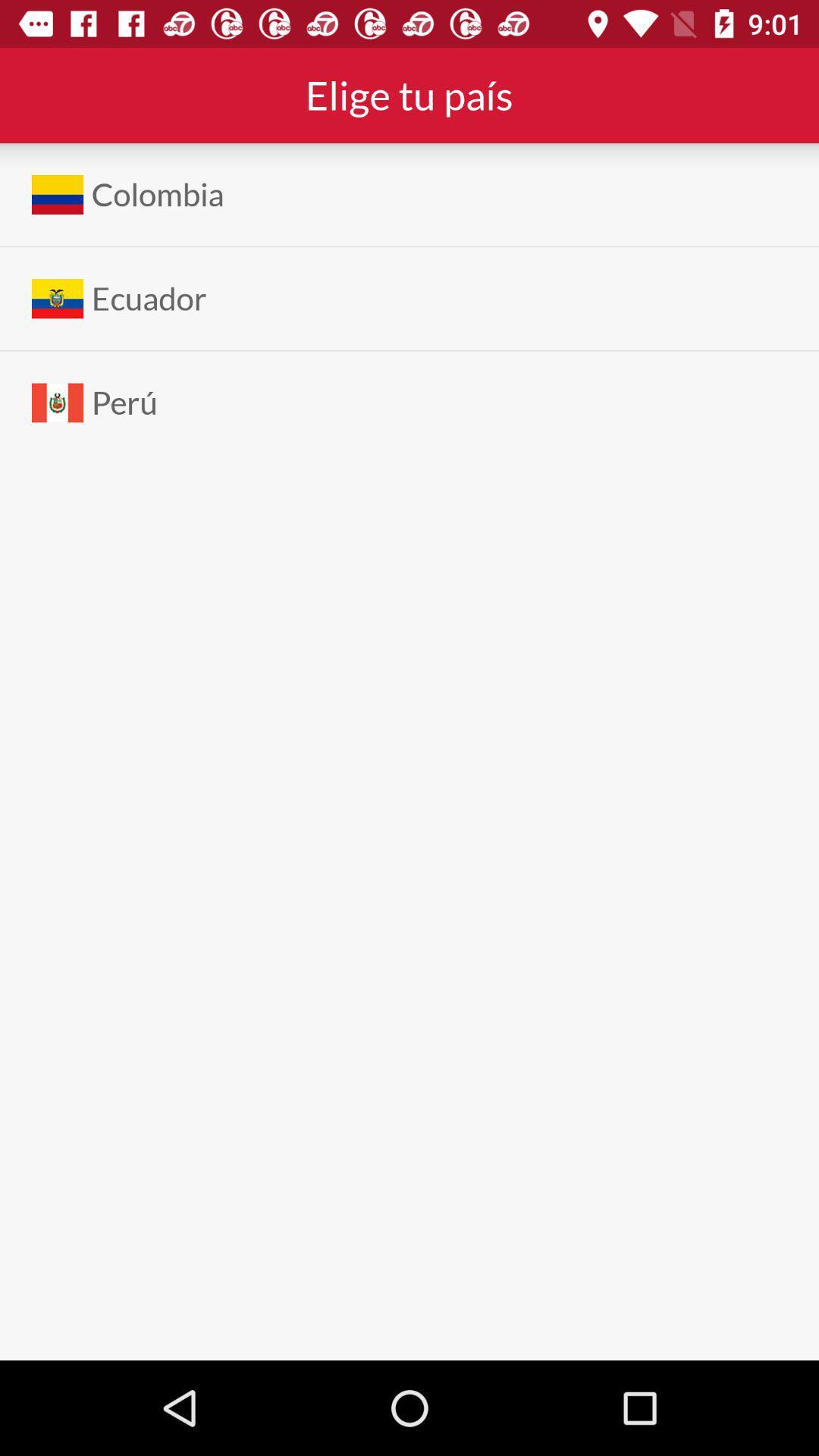 This screenshot has height=1456, width=819. I want to click on the colombia app, so click(158, 193).